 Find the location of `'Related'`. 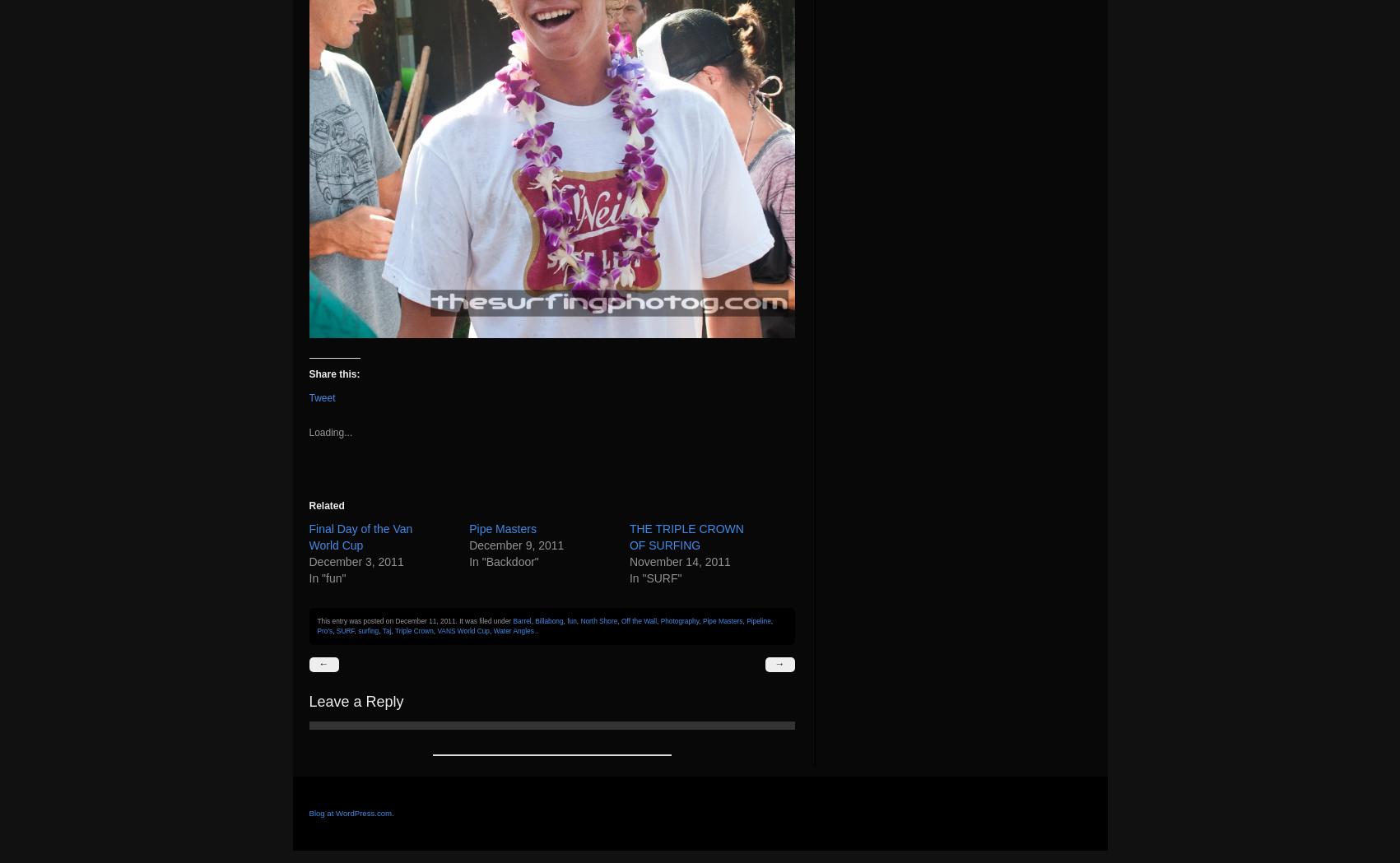

'Related' is located at coordinates (325, 504).